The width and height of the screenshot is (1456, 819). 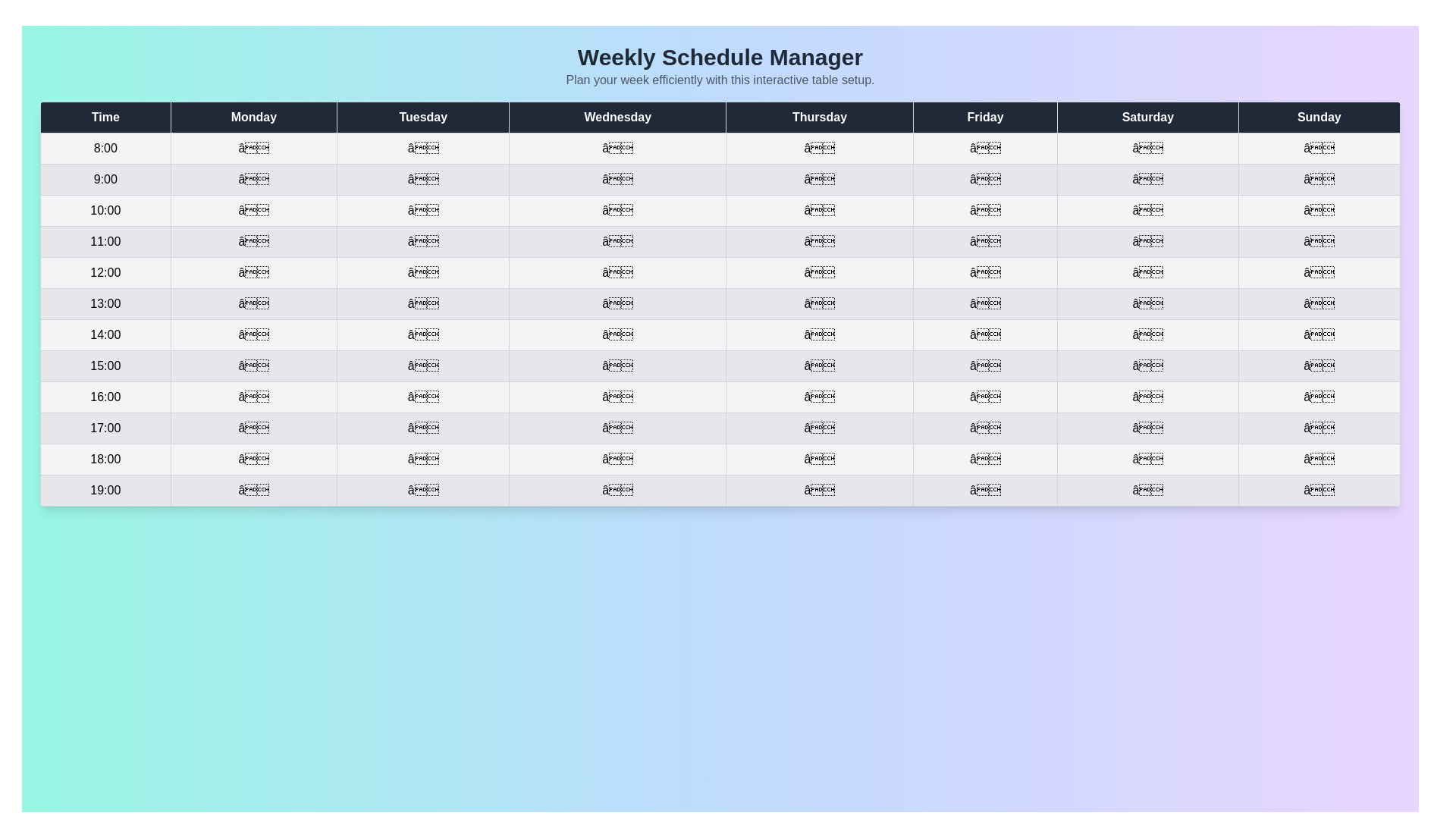 I want to click on the header cell labeled Time to sort by that column, so click(x=105, y=116).